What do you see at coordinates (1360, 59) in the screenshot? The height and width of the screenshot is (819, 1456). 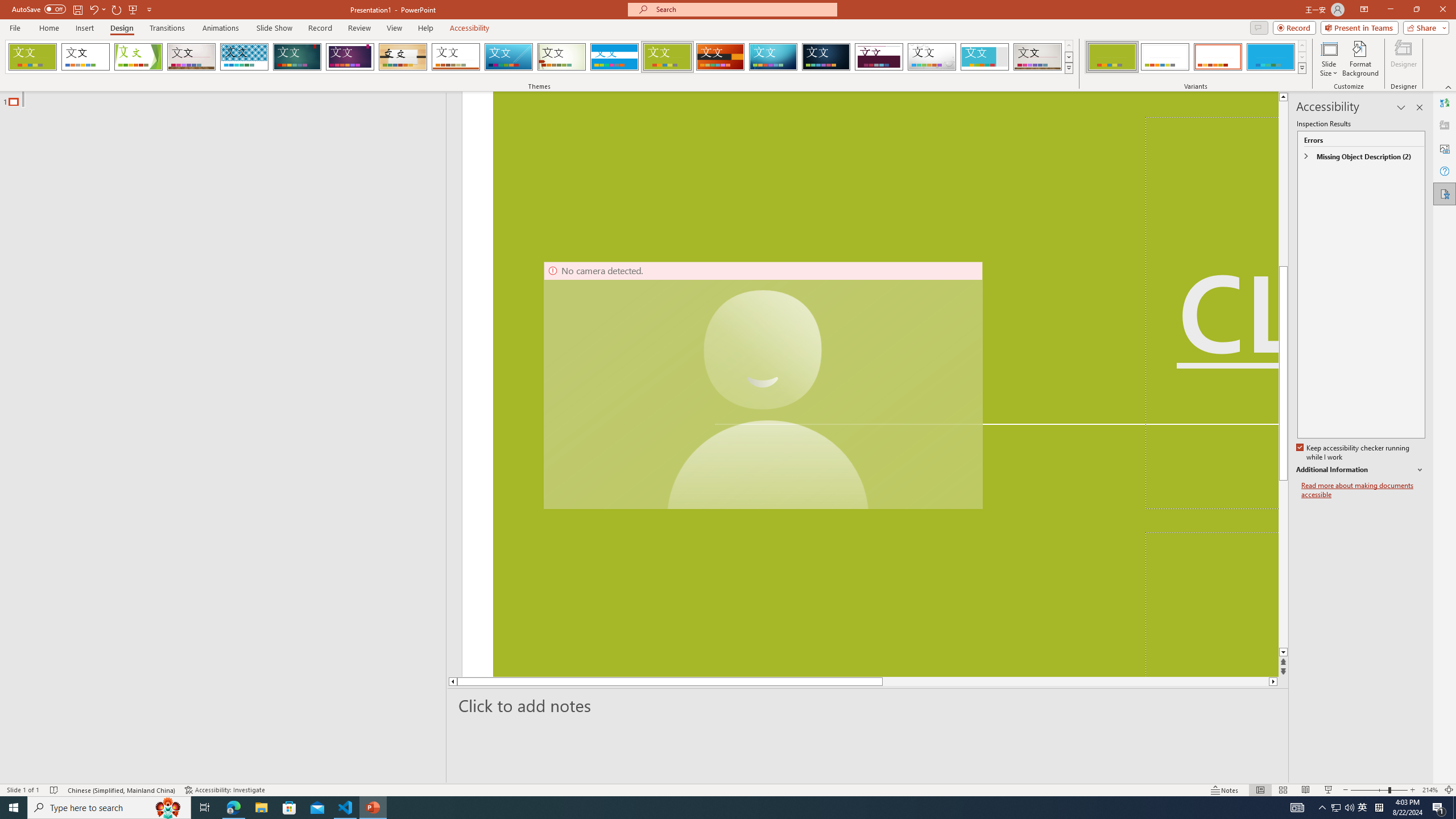 I see `'Format Background'` at bounding box center [1360, 59].